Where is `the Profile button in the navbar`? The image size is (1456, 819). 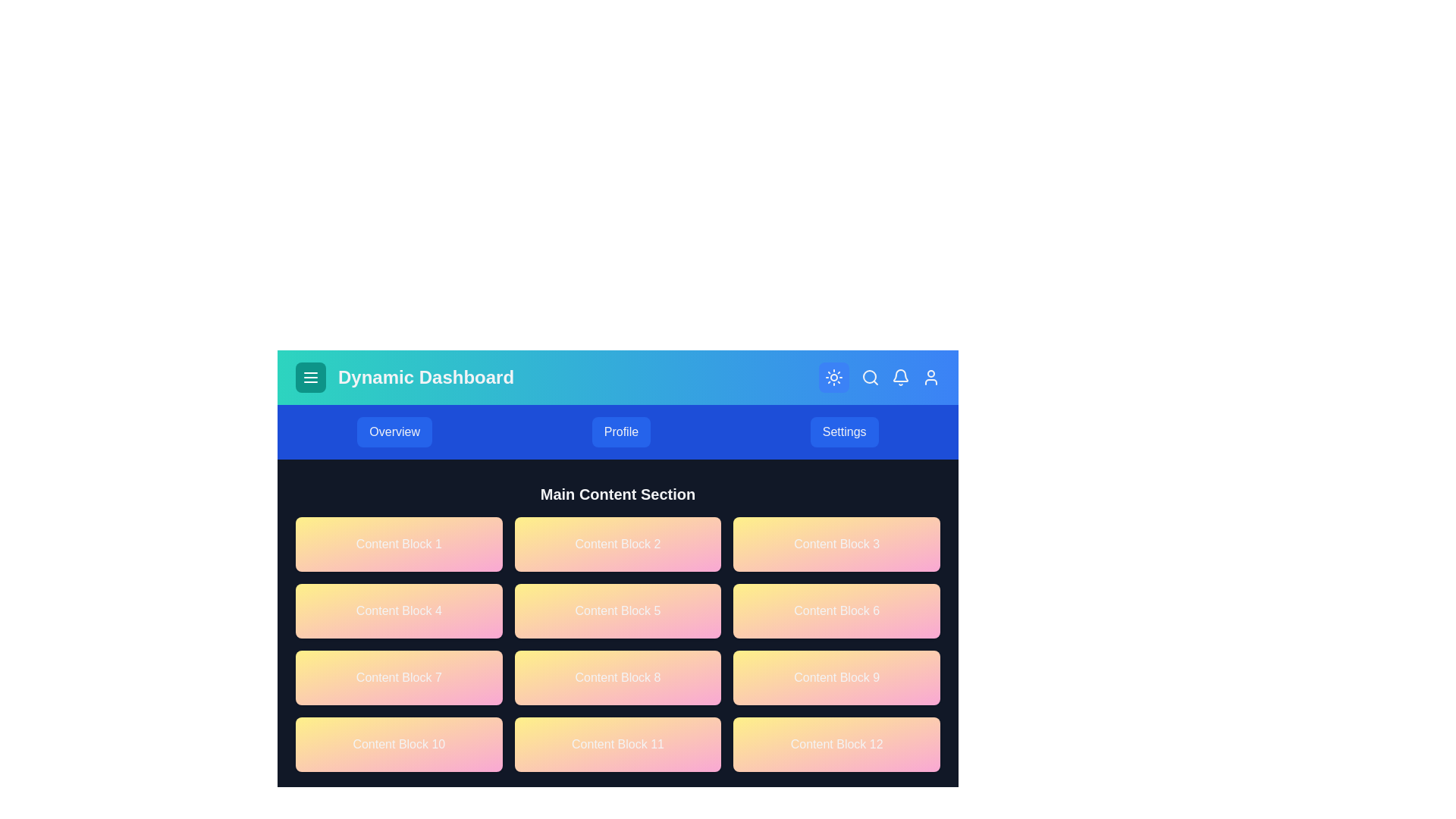 the Profile button in the navbar is located at coordinates (621, 432).